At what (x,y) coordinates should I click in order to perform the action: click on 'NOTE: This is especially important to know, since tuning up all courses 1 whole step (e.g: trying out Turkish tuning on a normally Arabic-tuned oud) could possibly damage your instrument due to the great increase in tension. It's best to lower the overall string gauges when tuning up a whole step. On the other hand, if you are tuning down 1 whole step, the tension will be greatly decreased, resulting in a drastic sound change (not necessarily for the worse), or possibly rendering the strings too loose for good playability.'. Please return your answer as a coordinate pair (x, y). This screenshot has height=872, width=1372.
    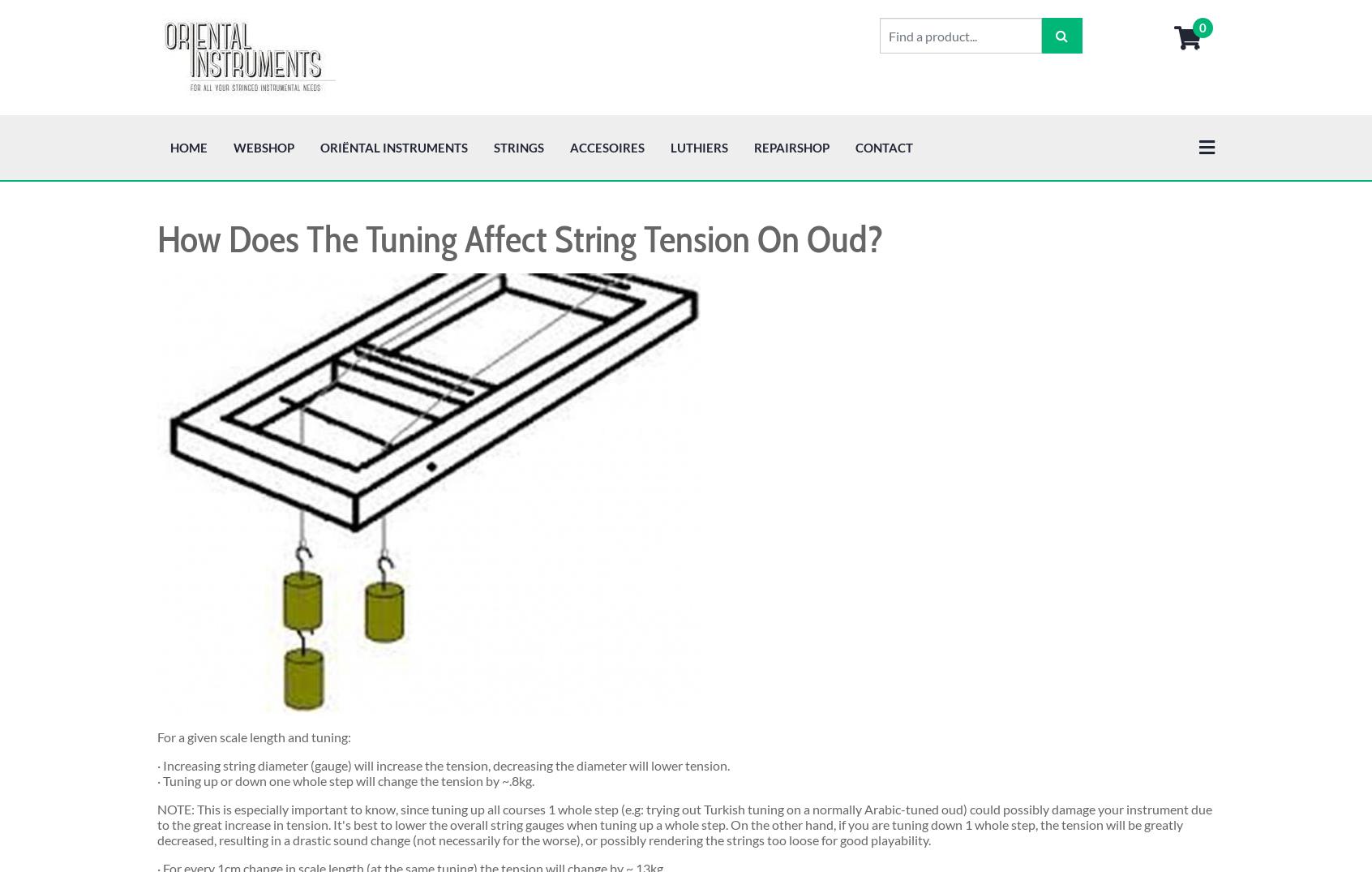
    Looking at the image, I should click on (684, 708).